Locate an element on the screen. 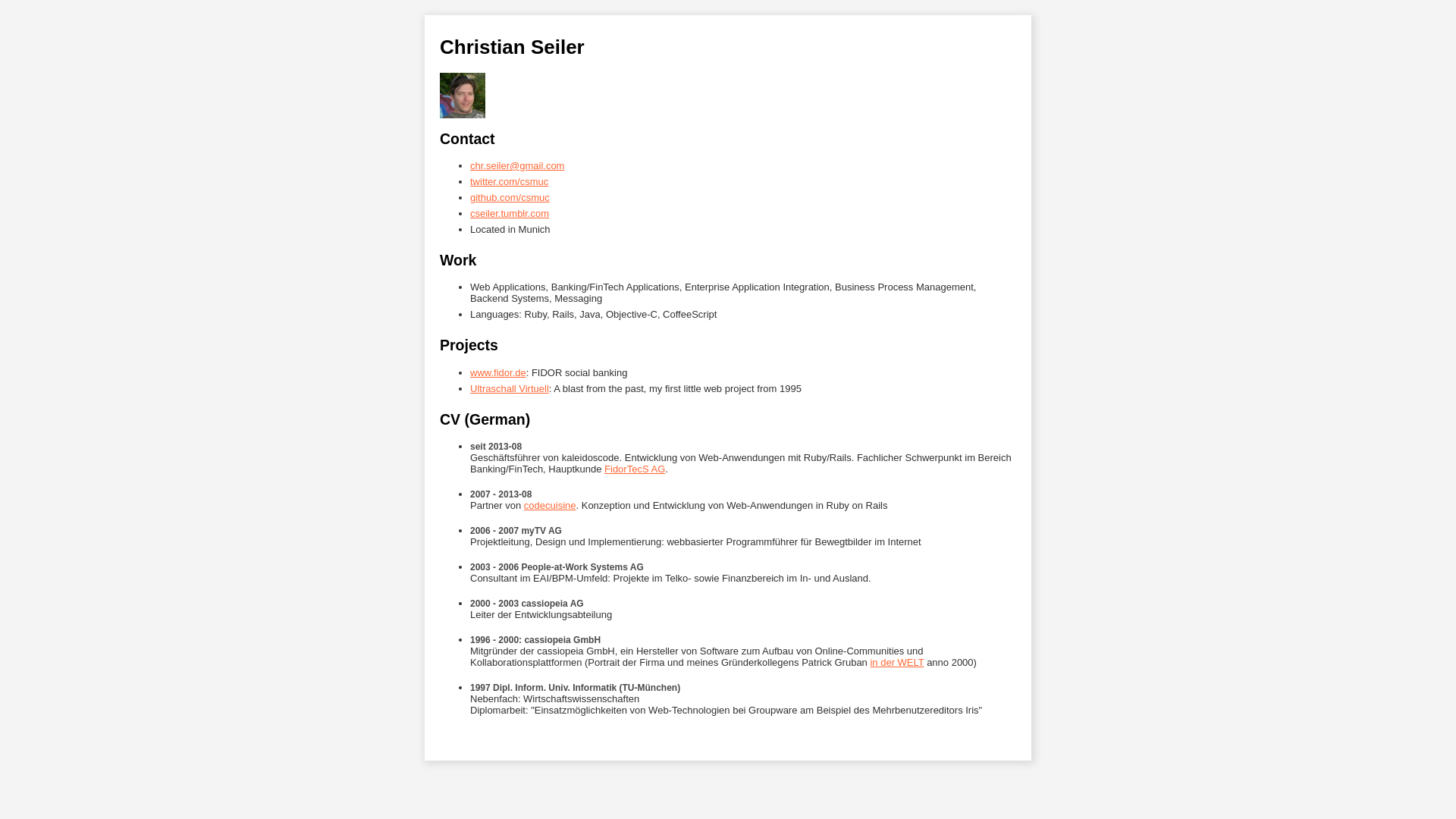 The image size is (1456, 819). 'codecuisine' is located at coordinates (549, 505).